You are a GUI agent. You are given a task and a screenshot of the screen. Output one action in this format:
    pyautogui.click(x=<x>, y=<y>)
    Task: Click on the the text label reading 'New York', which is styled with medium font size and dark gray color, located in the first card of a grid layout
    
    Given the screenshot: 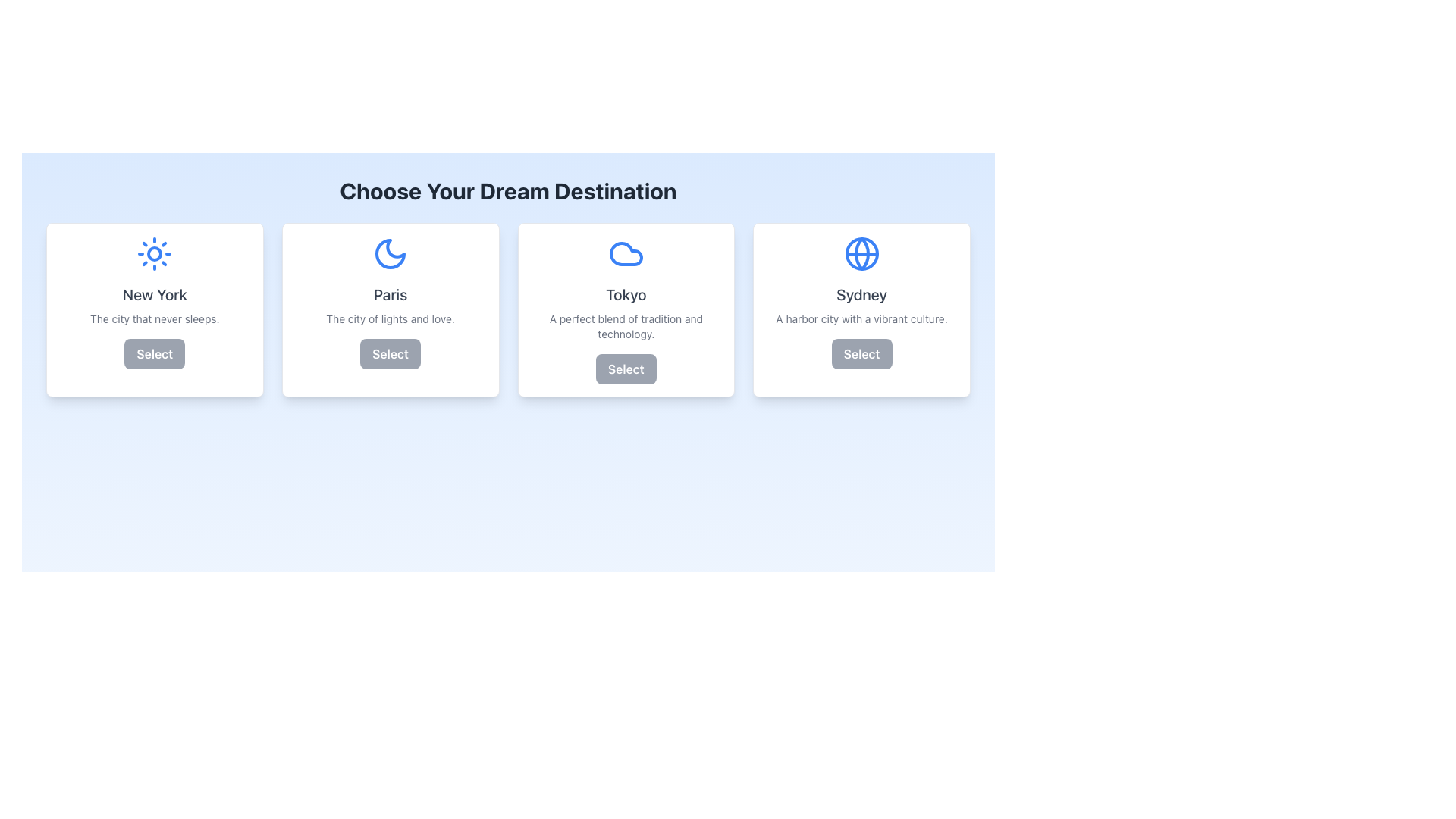 What is the action you would take?
    pyautogui.click(x=155, y=295)
    